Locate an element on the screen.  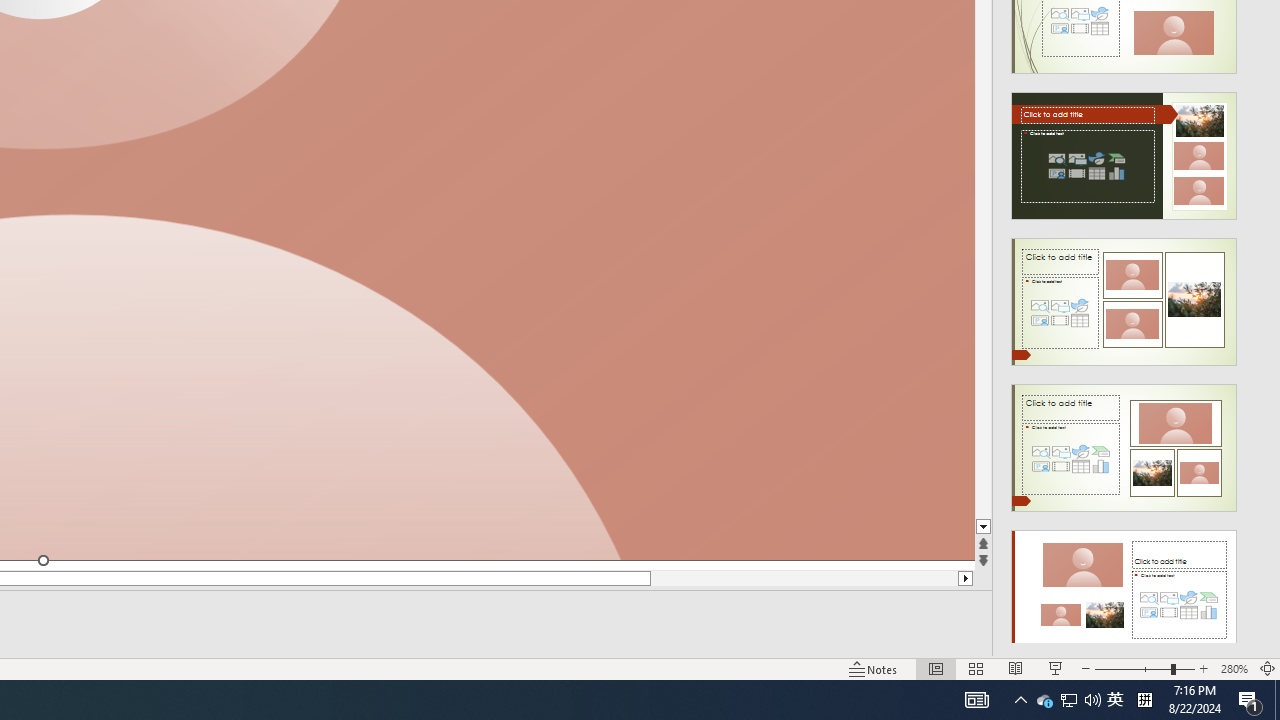
'Line down' is located at coordinates (983, 526).